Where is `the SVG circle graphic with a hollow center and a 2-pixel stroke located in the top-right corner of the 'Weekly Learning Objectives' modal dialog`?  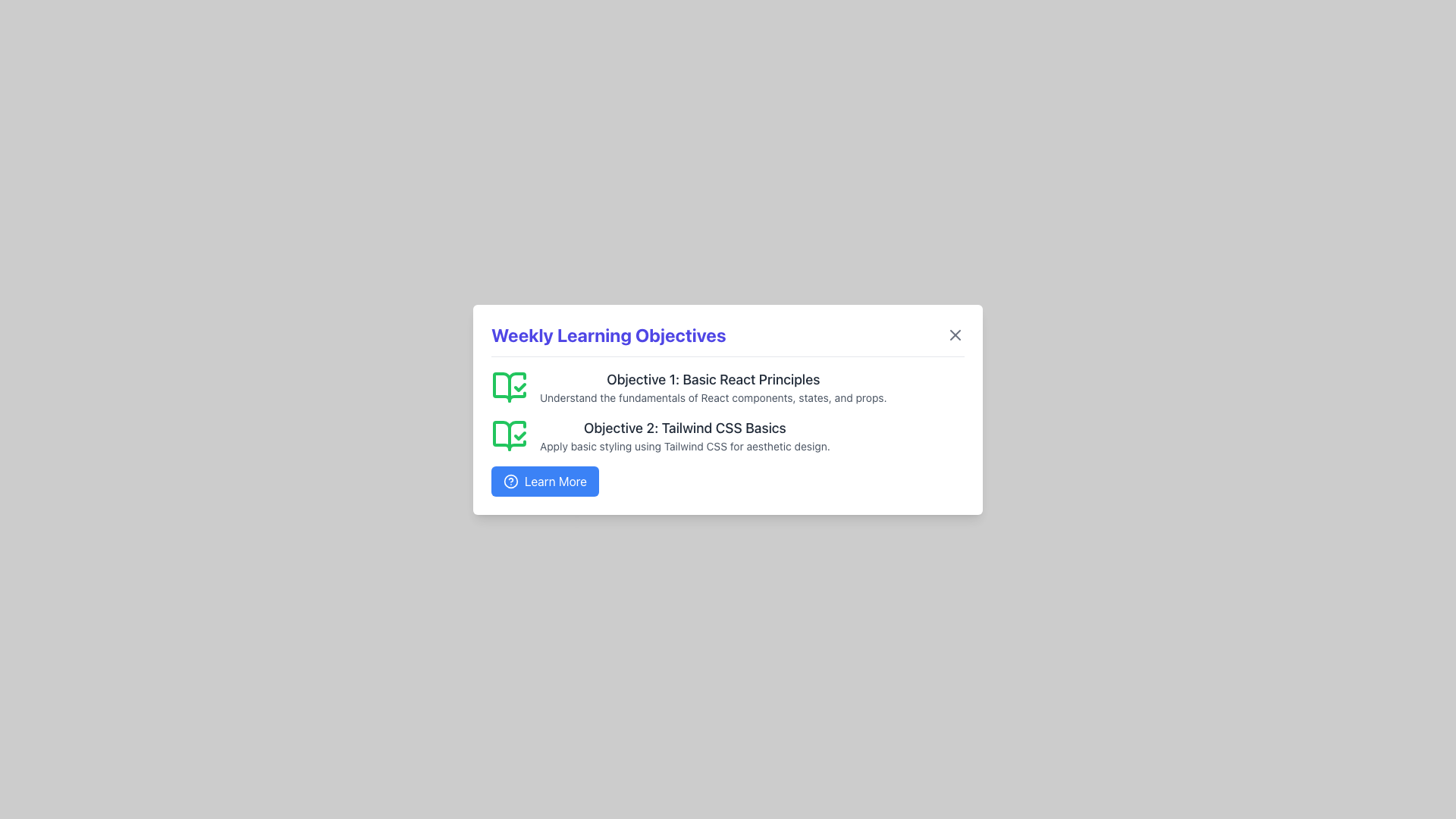 the SVG circle graphic with a hollow center and a 2-pixel stroke located in the top-right corner of the 'Weekly Learning Objectives' modal dialog is located at coordinates (510, 481).